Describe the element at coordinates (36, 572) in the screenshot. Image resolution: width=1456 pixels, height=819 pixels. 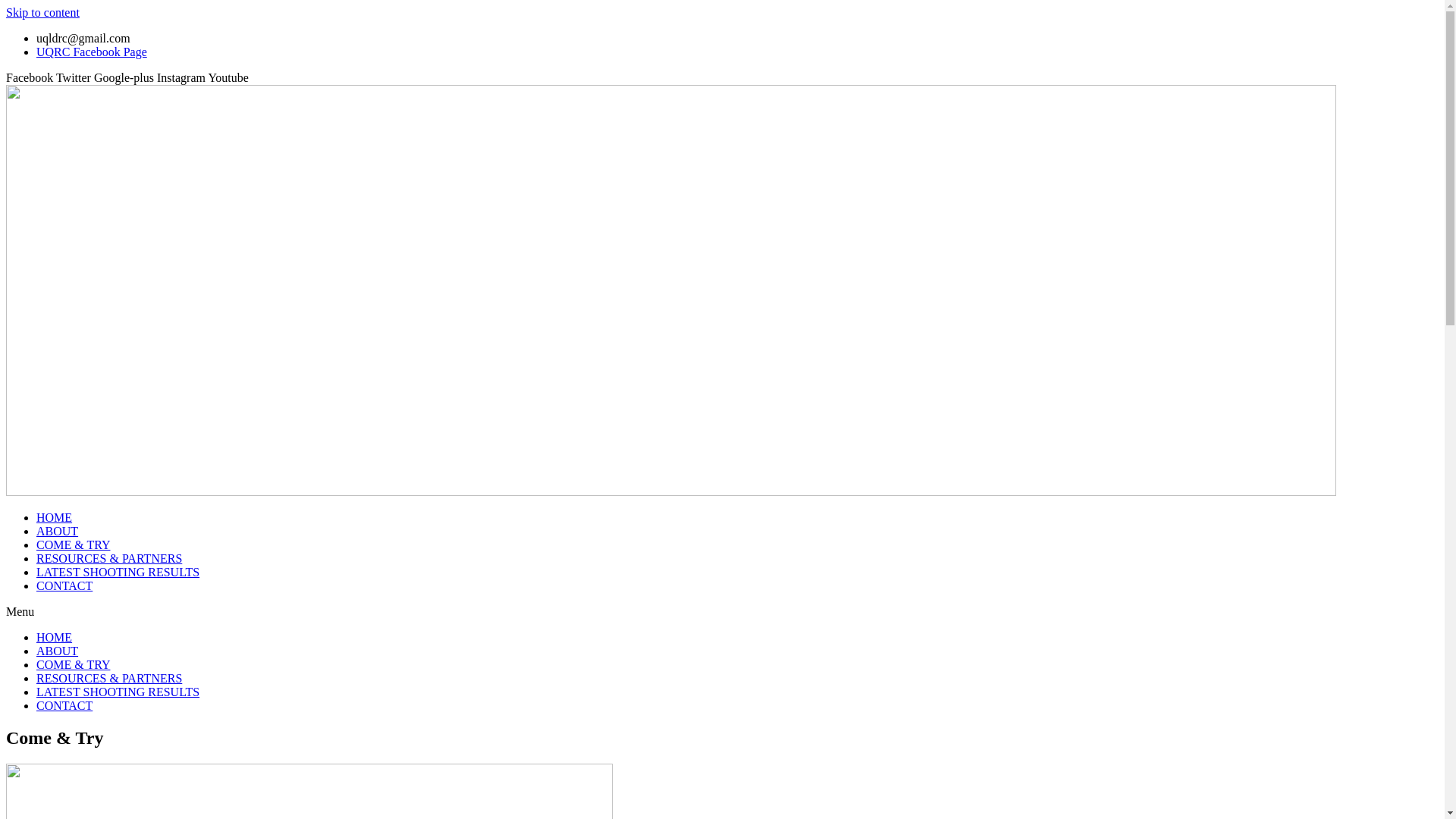
I see `'LATEST SHOOTING RESULTS'` at that location.